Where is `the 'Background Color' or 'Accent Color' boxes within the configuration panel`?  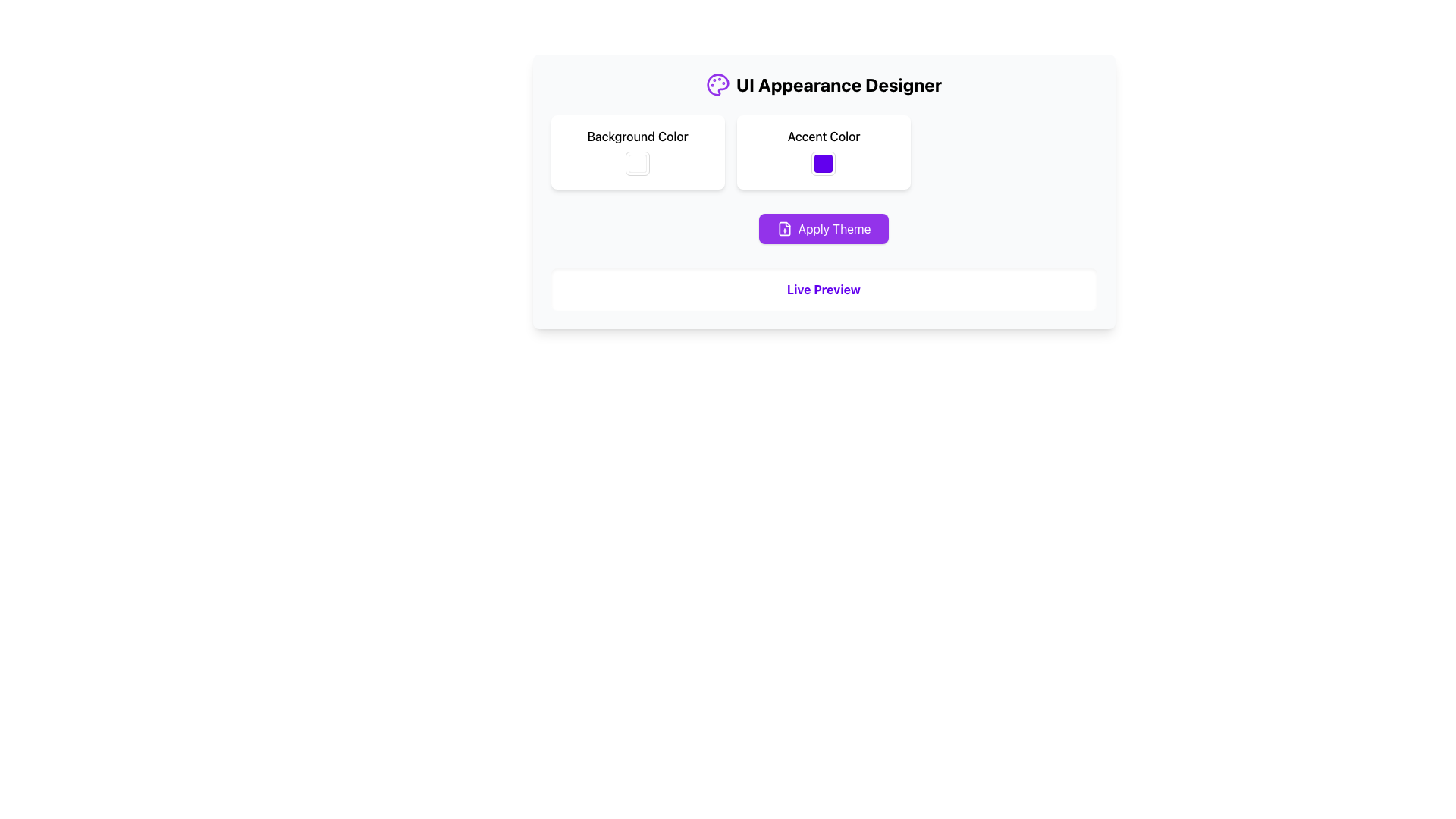 the 'Background Color' or 'Accent Color' boxes within the configuration panel is located at coordinates (823, 191).